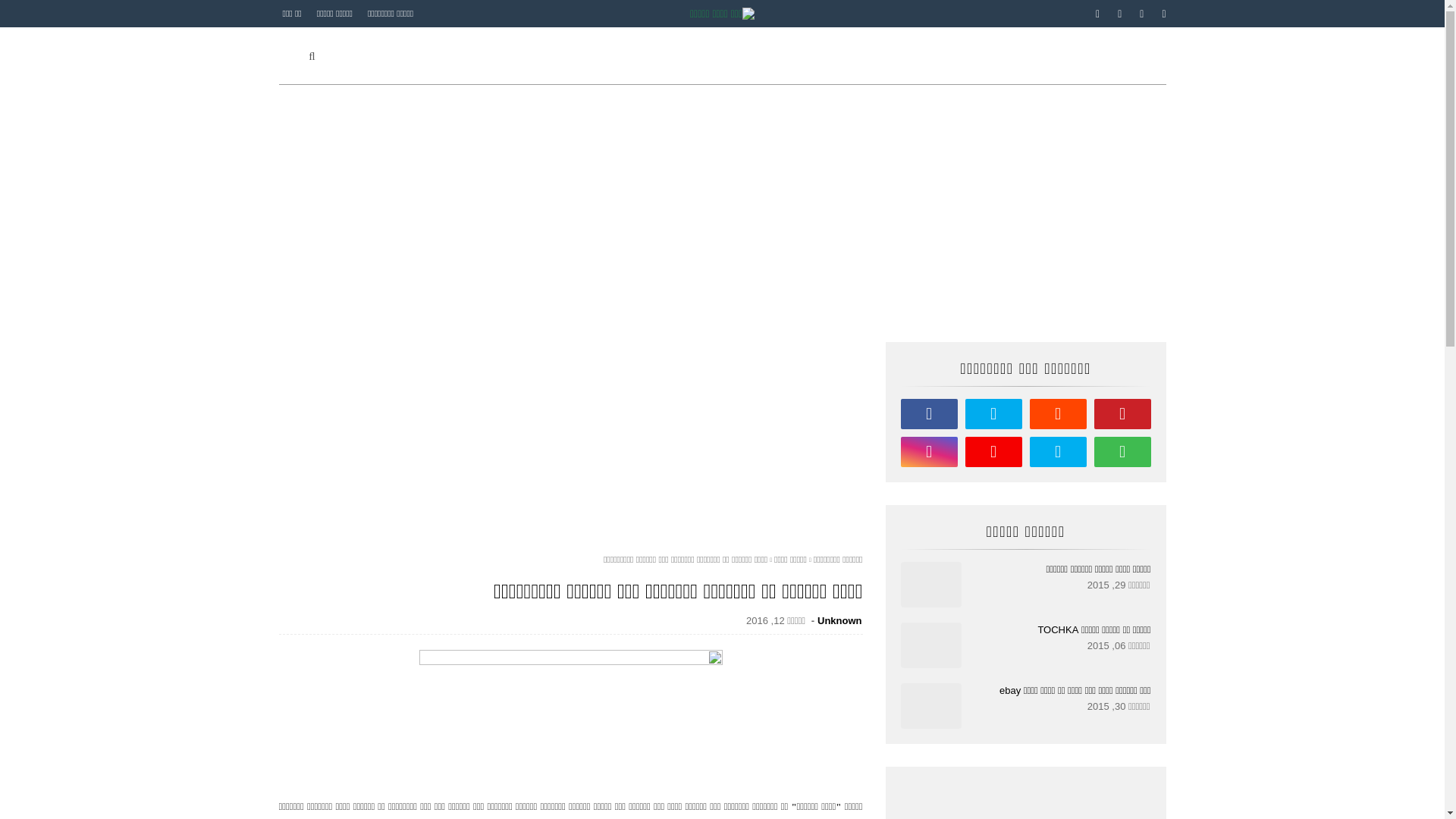  Describe the element at coordinates (1057, 414) in the screenshot. I see `'reddit'` at that location.